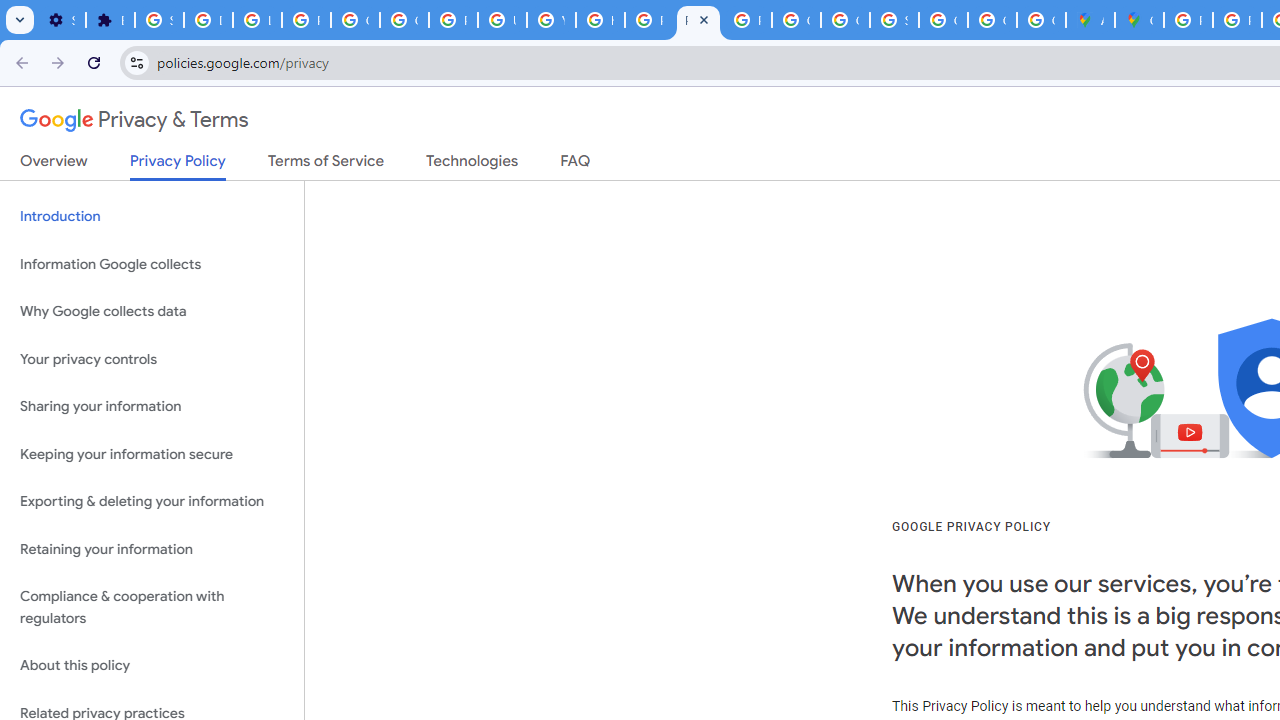 The width and height of the screenshot is (1280, 720). I want to click on 'Overview', so click(54, 164).